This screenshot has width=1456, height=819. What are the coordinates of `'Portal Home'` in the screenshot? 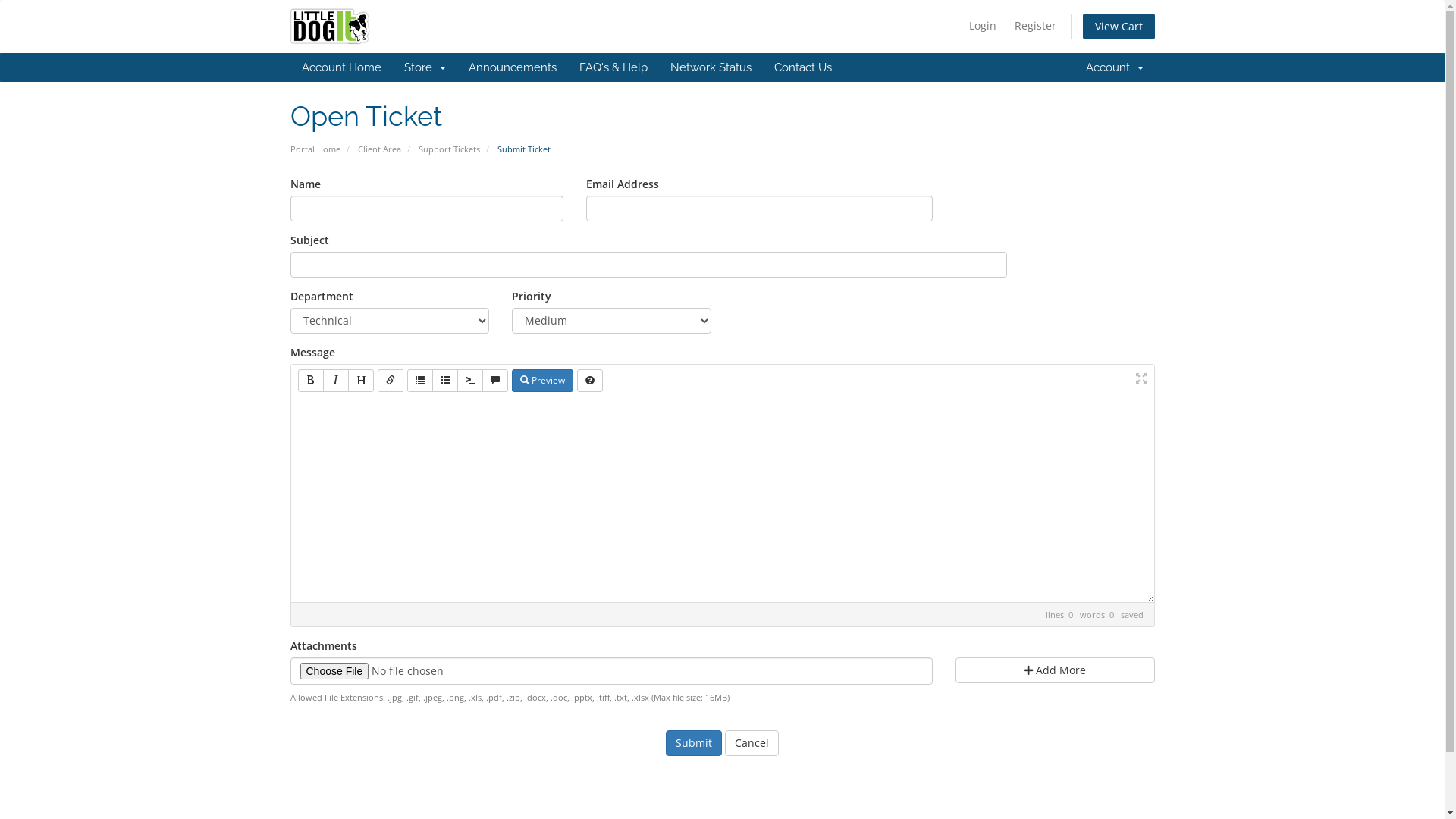 It's located at (290, 149).